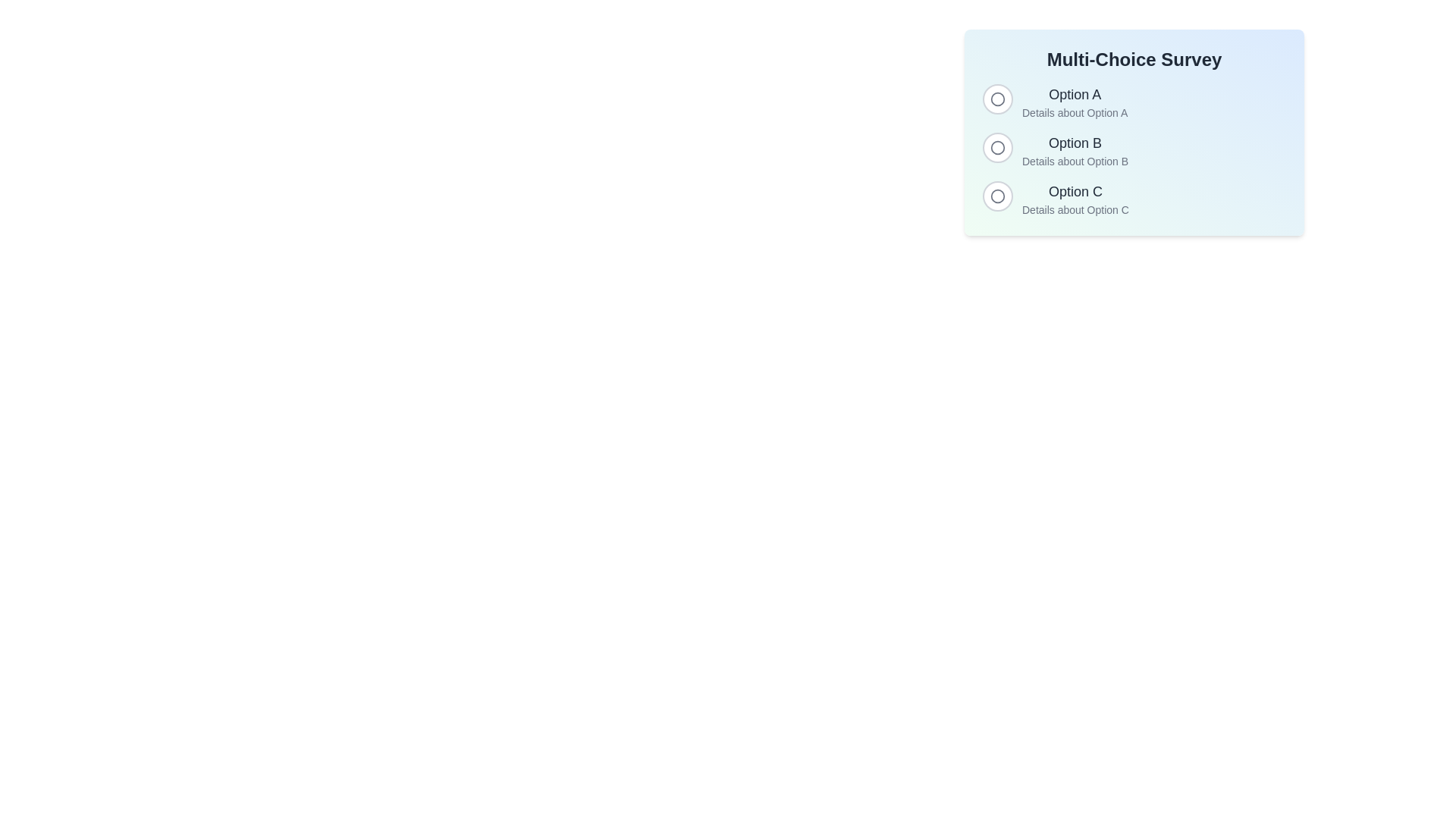  Describe the element at coordinates (1134, 102) in the screenshot. I see `the radio button labeled 'Option A' at the top of the vertical stack in the Multi-Choice Survey panel` at that location.